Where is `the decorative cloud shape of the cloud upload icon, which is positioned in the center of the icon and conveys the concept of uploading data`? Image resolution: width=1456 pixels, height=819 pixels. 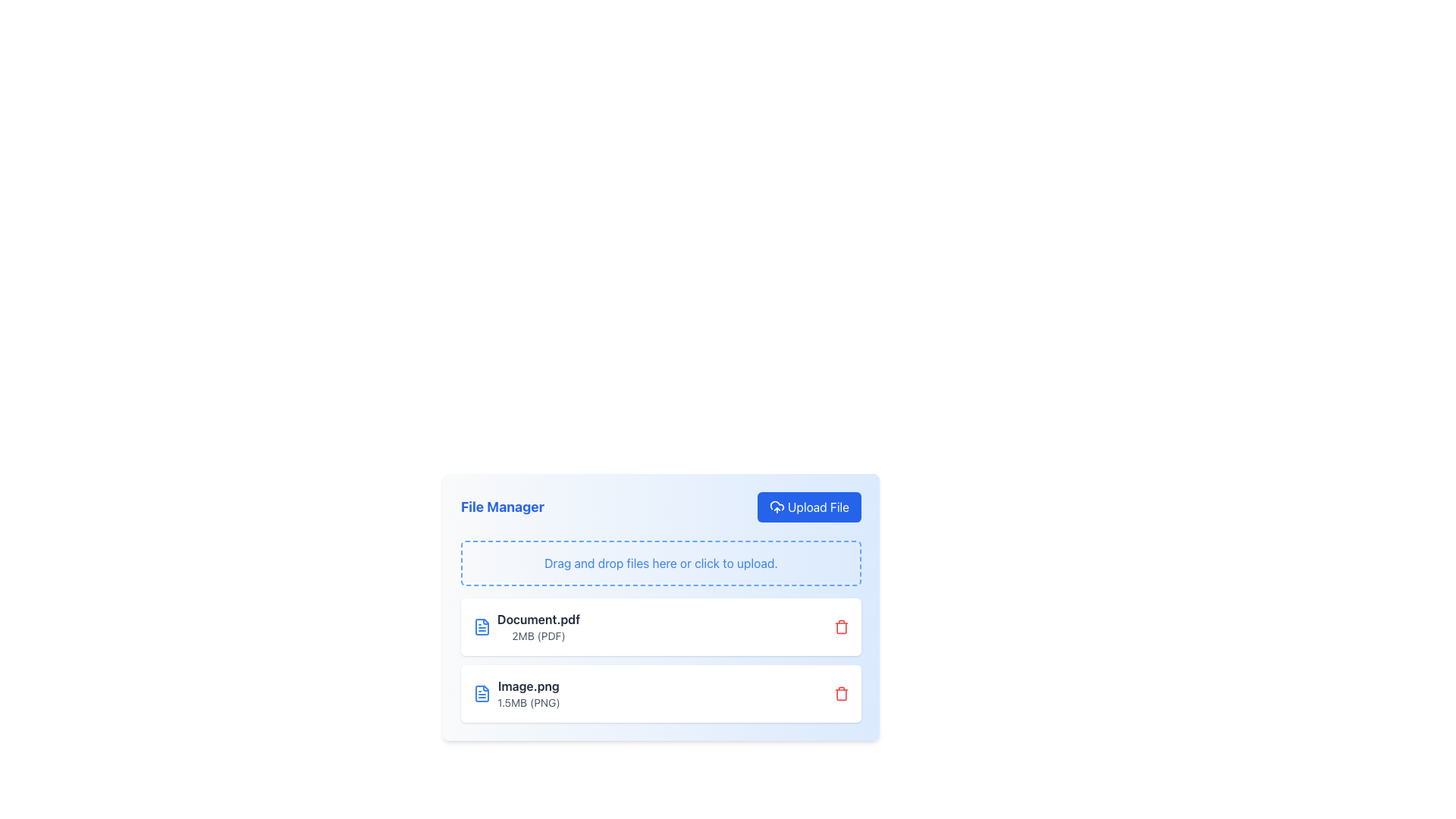 the decorative cloud shape of the cloud upload icon, which is positioned in the center of the icon and conveys the concept of uploading data is located at coordinates (777, 506).